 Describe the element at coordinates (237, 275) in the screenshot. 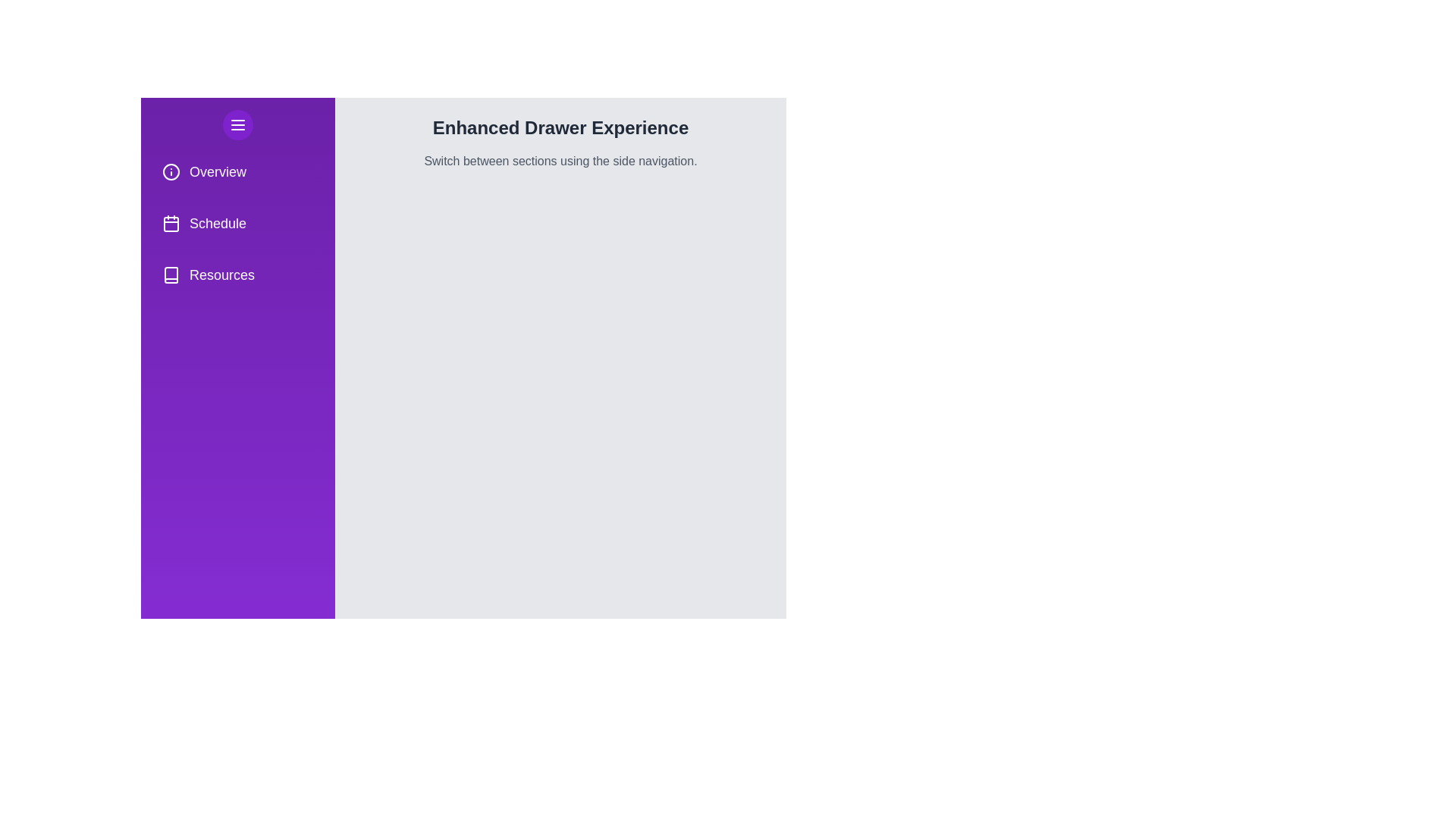

I see `the menu item Resources to observe visual feedback` at that location.